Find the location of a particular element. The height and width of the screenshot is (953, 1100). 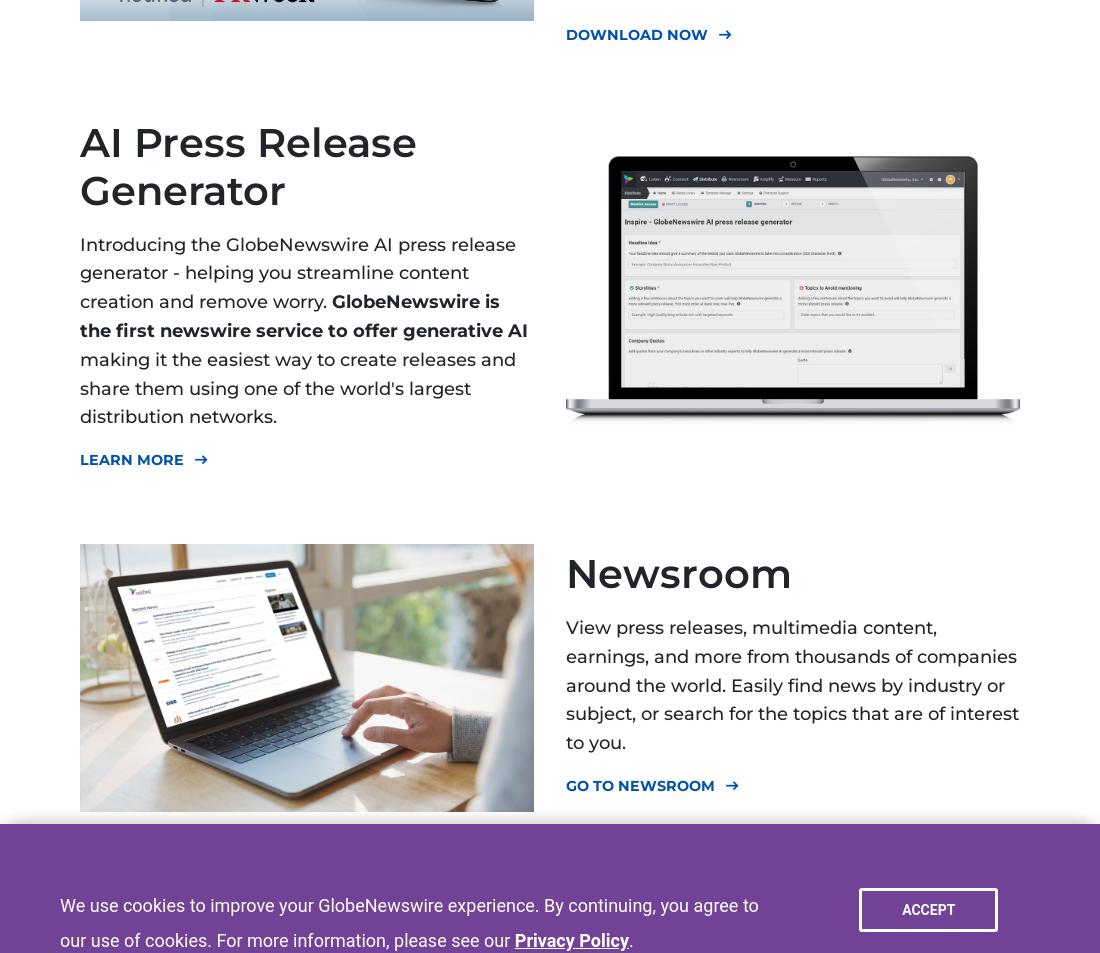

'Download Now' is located at coordinates (637, 33).